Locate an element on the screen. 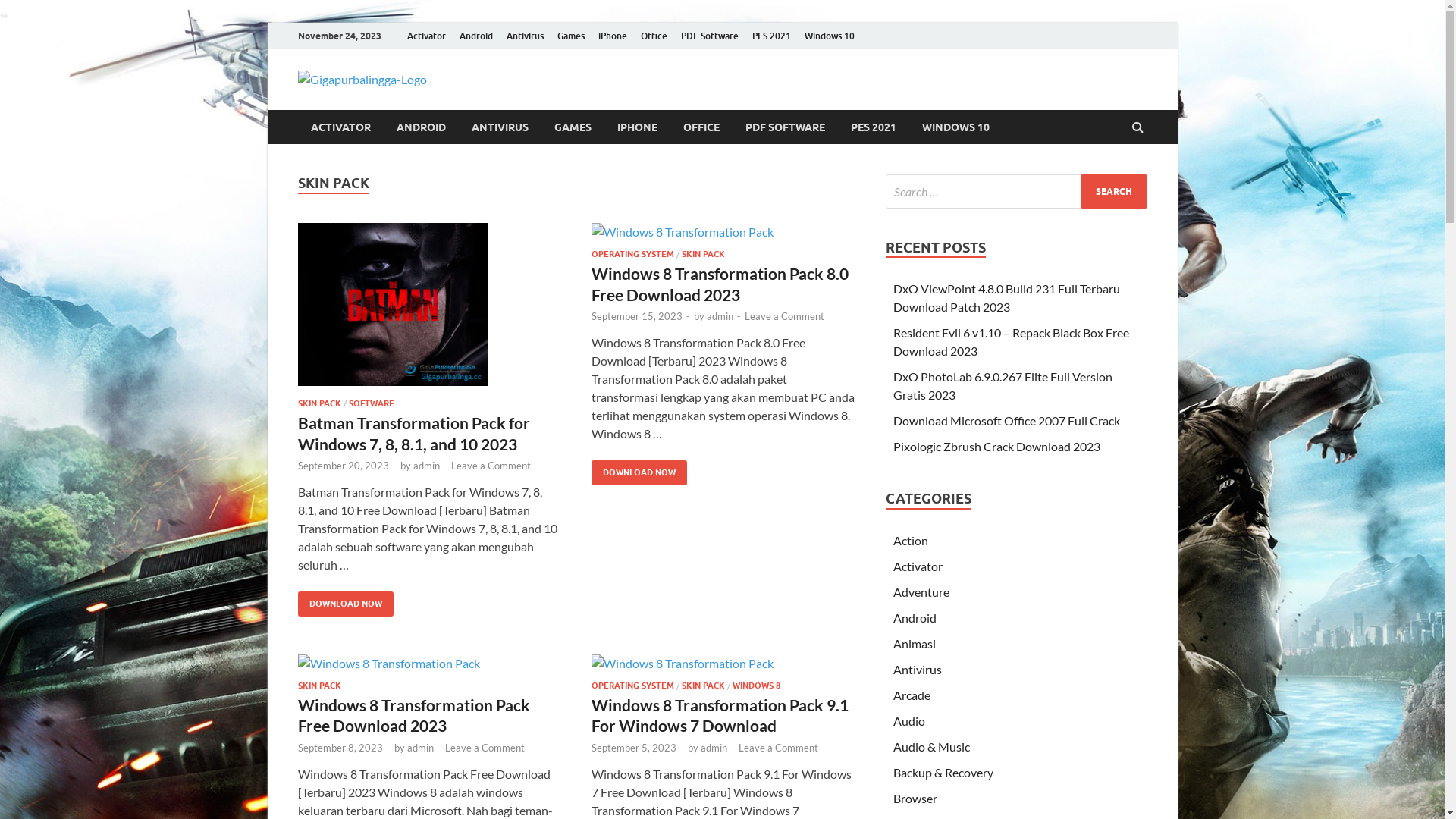 The height and width of the screenshot is (819, 1456). 'Android' is located at coordinates (475, 35).